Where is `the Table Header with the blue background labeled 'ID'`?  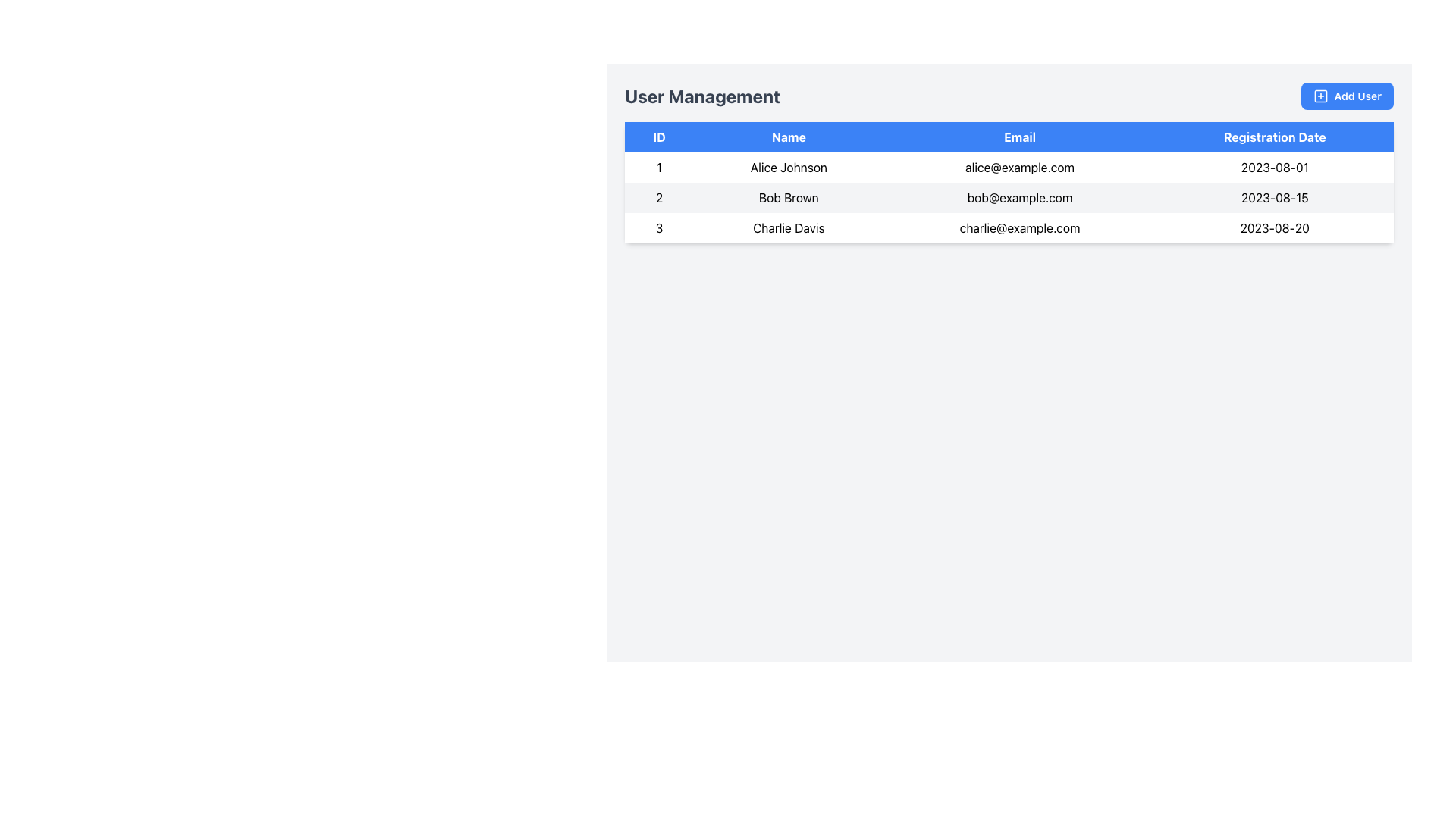
the Table Header with the blue background labeled 'ID' is located at coordinates (659, 137).